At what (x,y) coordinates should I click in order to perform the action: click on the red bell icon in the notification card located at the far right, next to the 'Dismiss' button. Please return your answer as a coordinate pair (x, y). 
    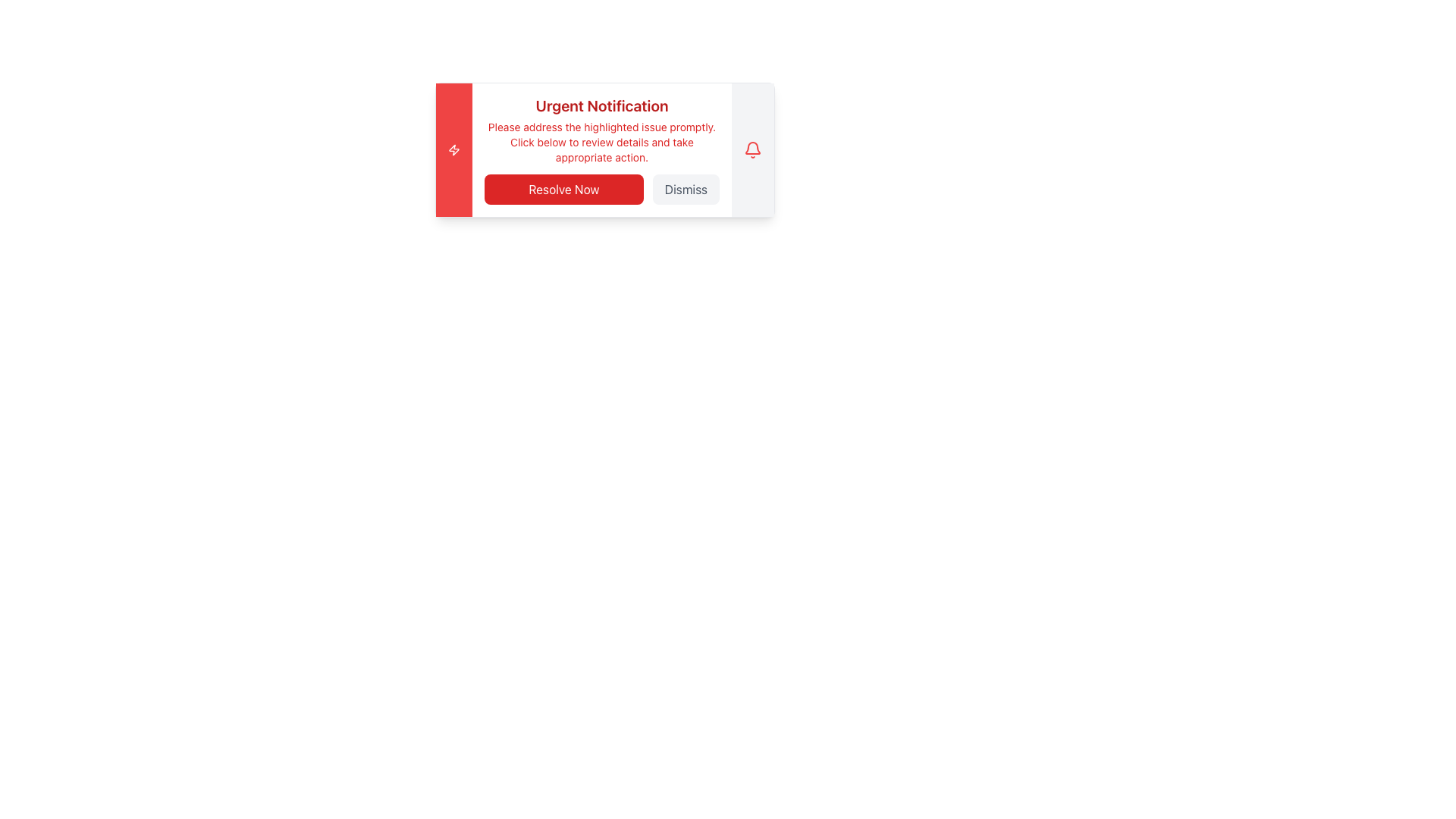
    Looking at the image, I should click on (753, 149).